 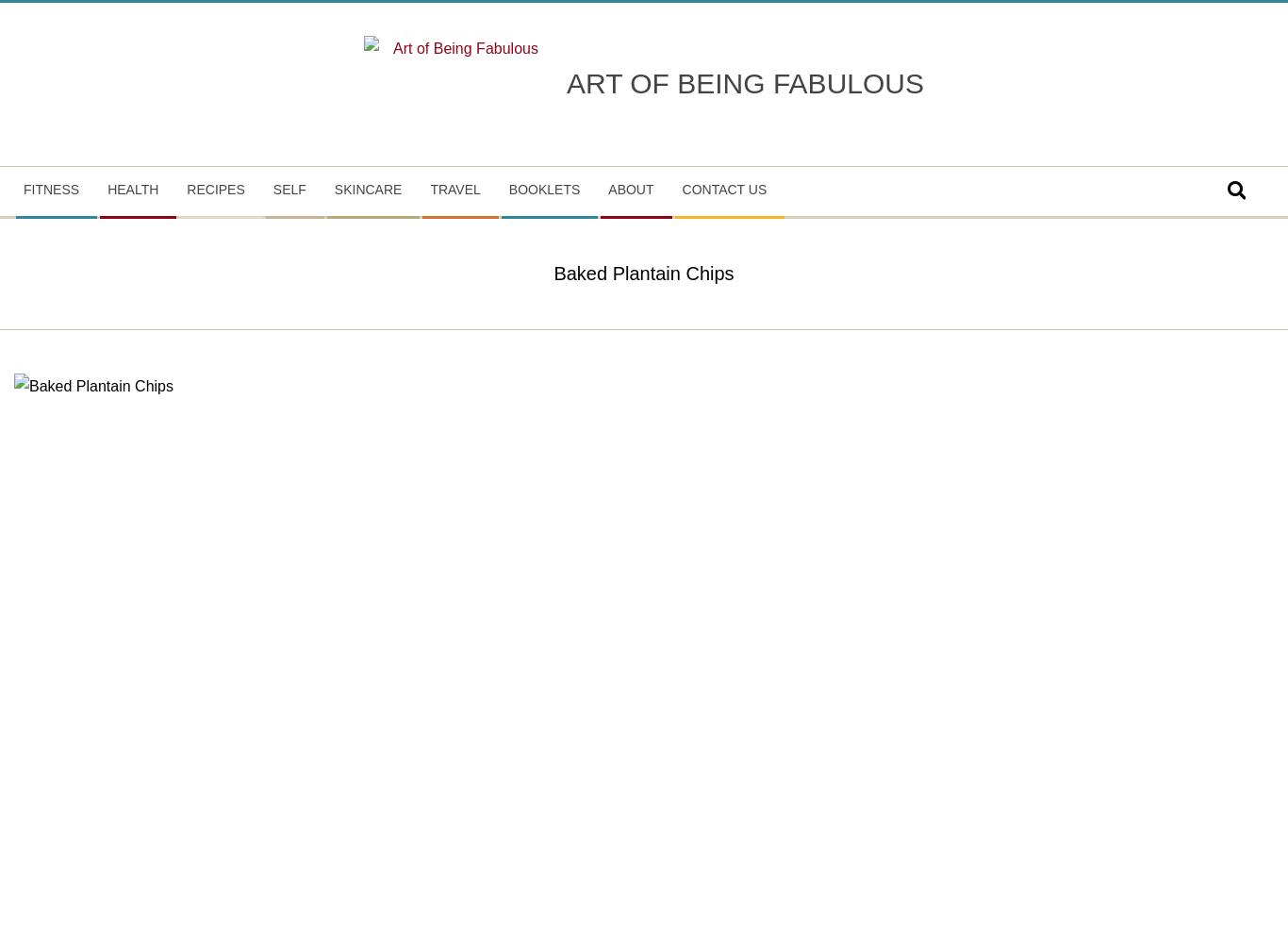 I want to click on 'Health', so click(x=131, y=187).